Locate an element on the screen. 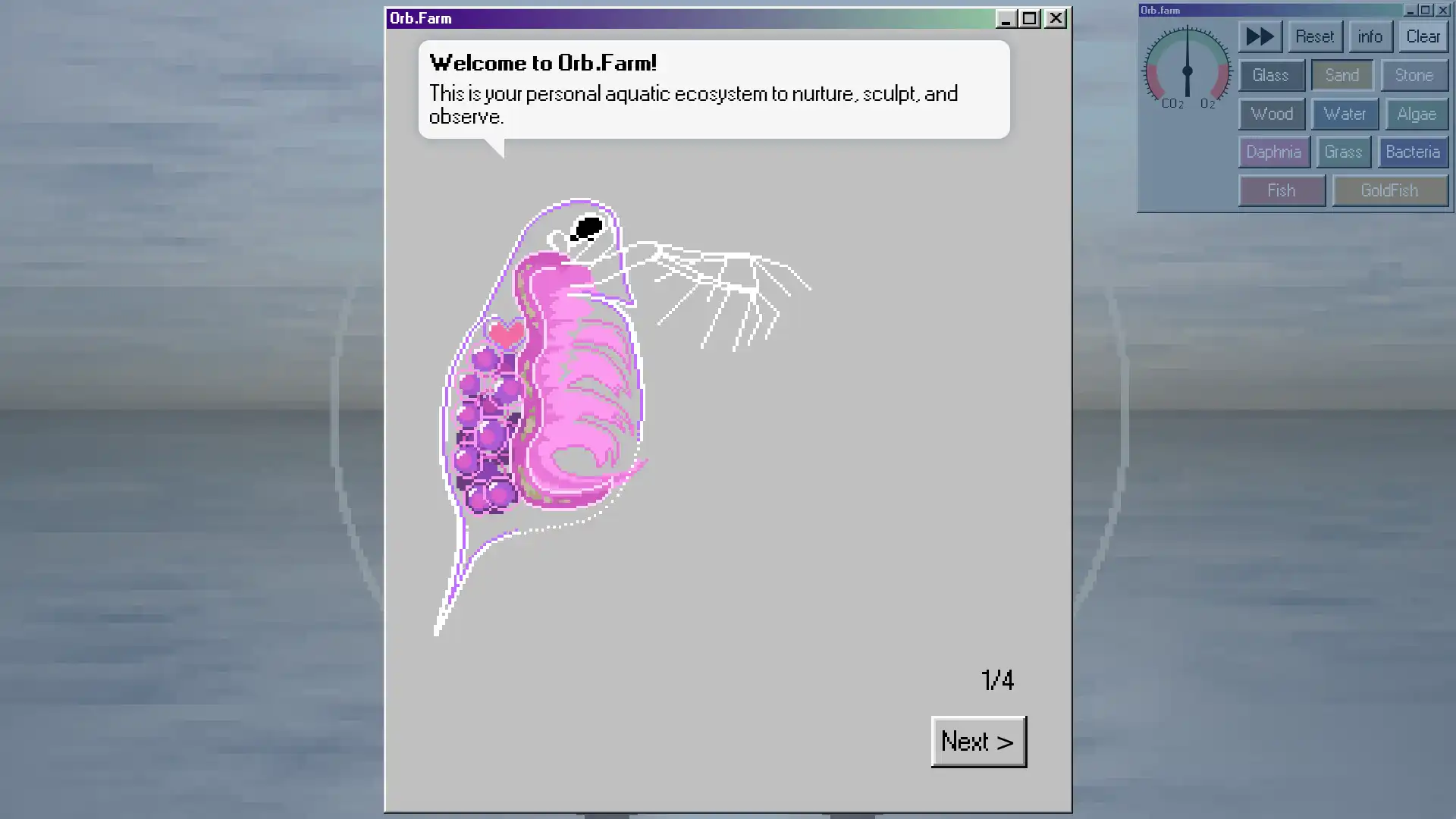 This screenshot has width=1456, height=819. Minimize is located at coordinates (537, 9).